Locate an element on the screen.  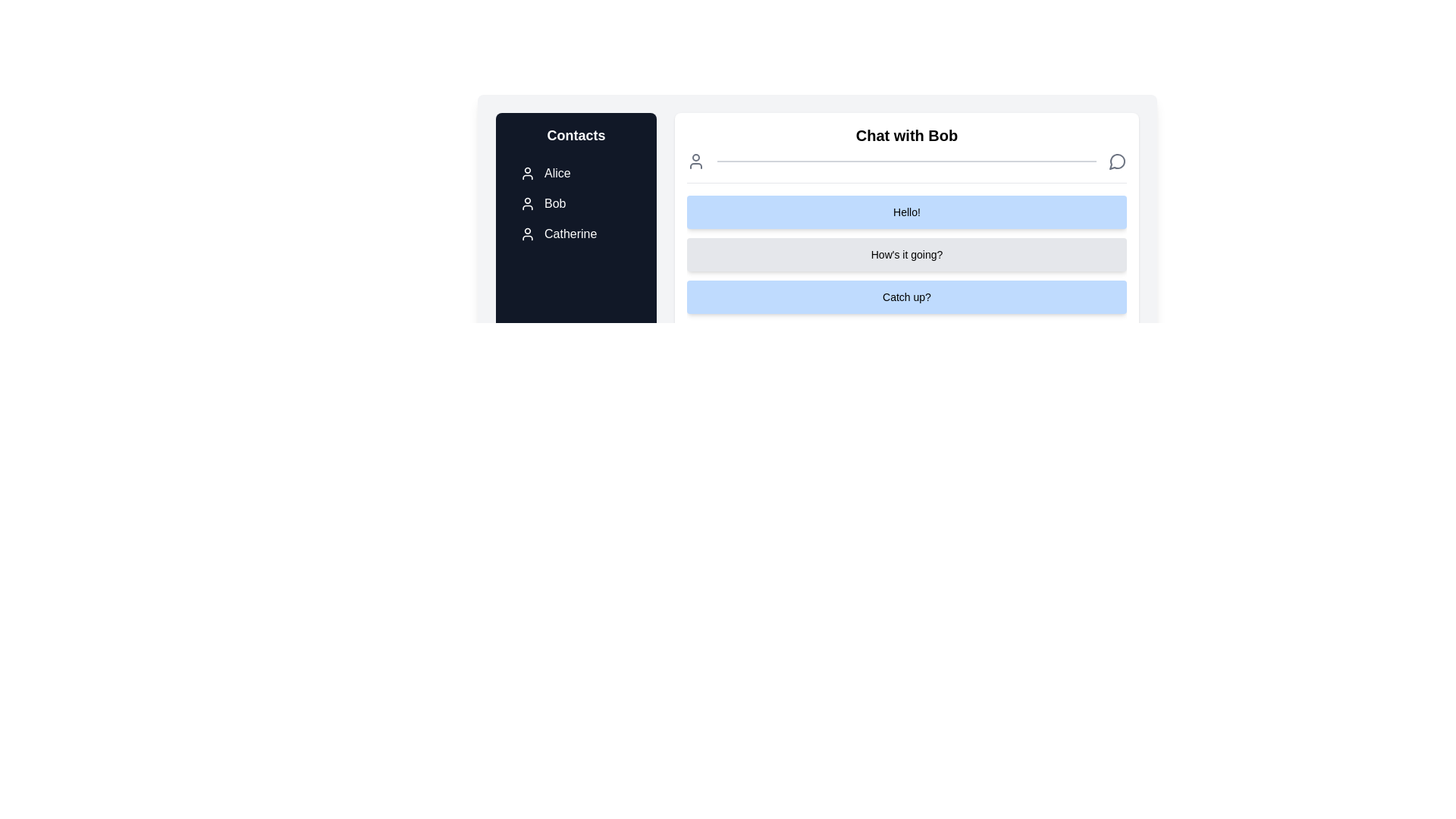
the Chat interface containing message items, which is located to the right of the contact list and displays messages from a conversation is located at coordinates (817, 253).